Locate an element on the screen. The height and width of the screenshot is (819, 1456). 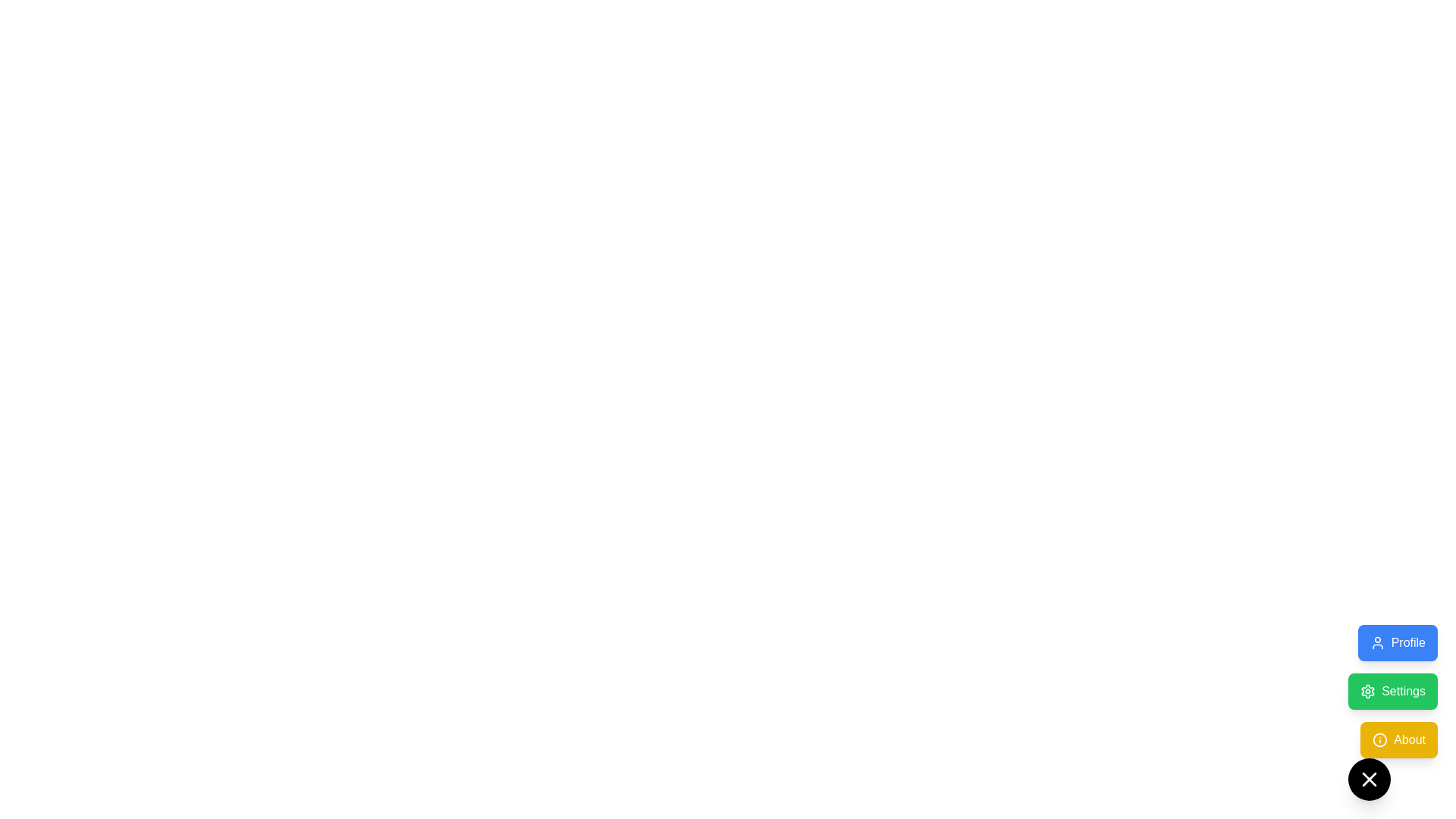
the 'Profile' icon located on the left side of the text label within the 'Profile' button at the bottom-right of the interface is located at coordinates (1377, 643).